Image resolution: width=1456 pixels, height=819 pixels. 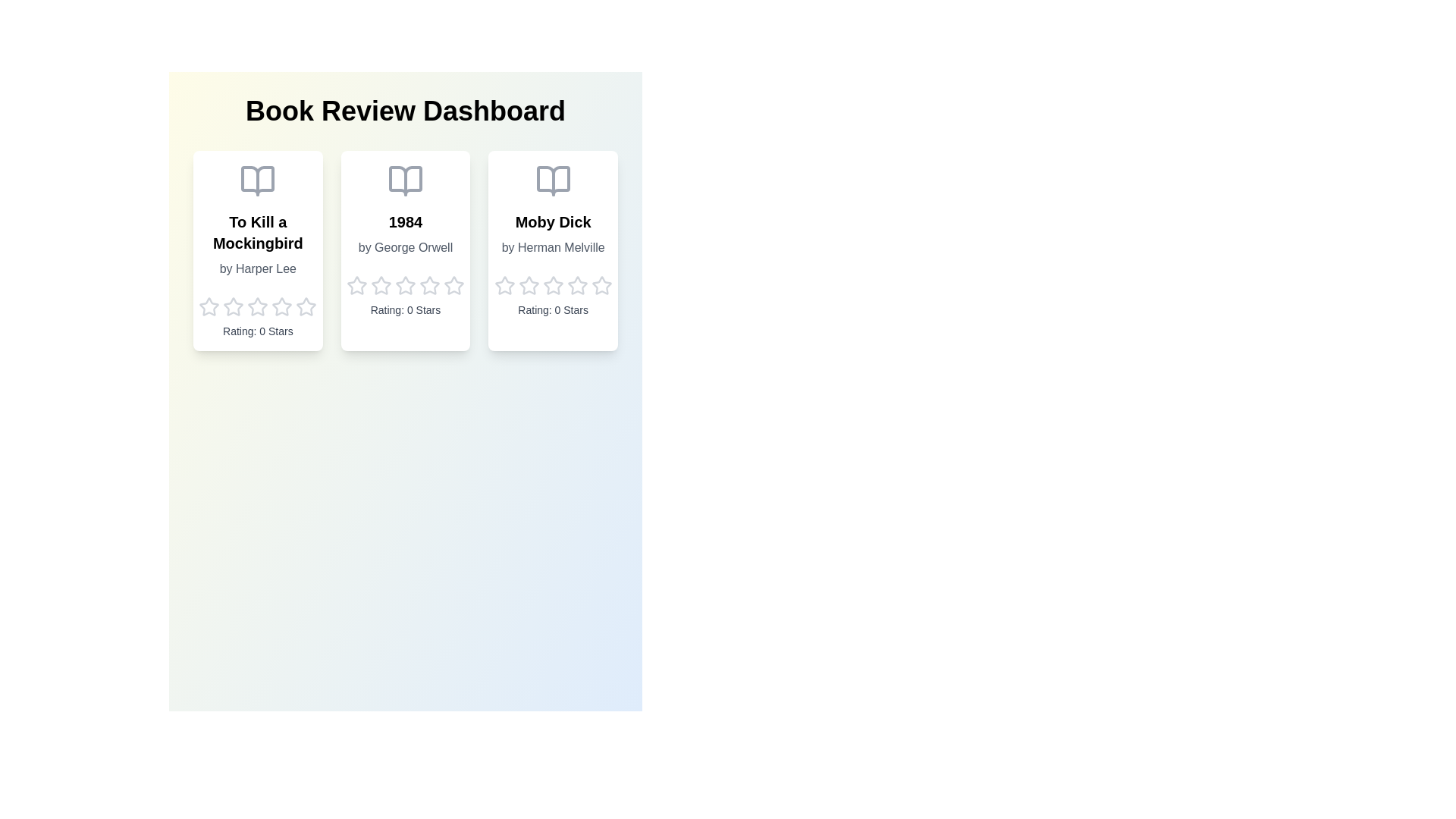 What do you see at coordinates (258, 307) in the screenshot?
I see `the star icon corresponding to the rating 3 for the book 1` at bounding box center [258, 307].